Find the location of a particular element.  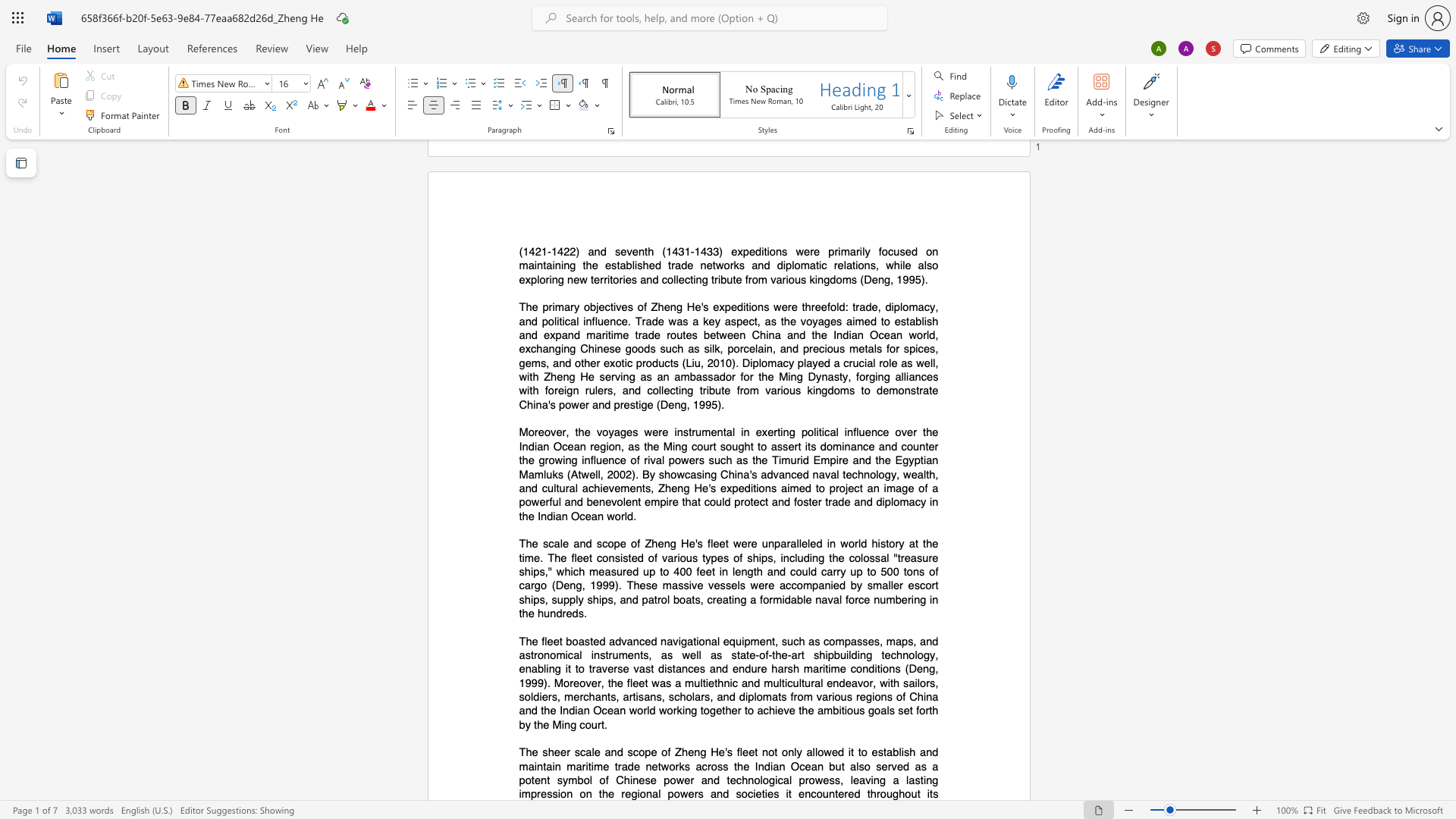

the subset text "ocieti" within the text "on the regional powers and societies it" is located at coordinates (741, 793).